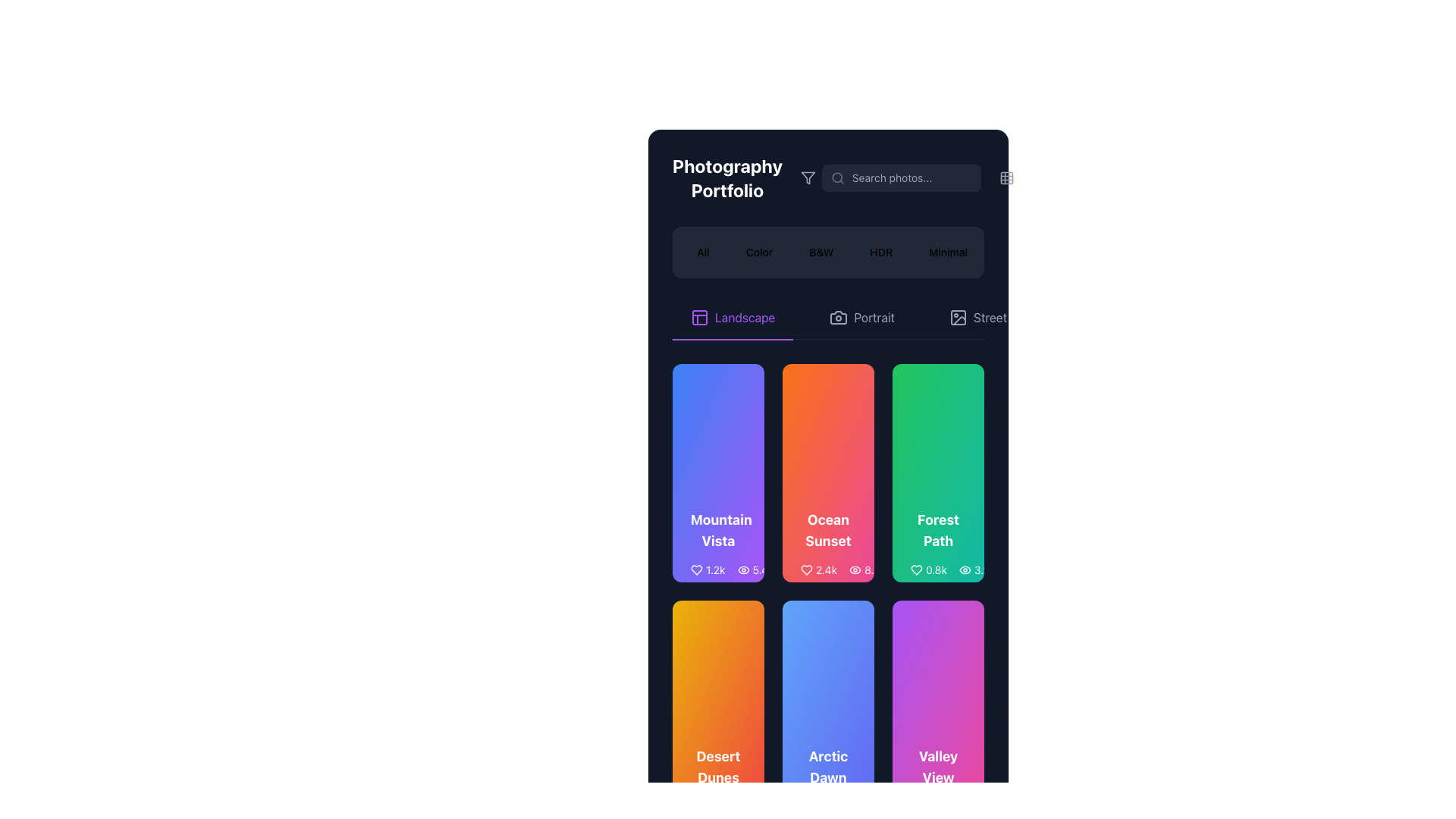 The image size is (1456, 819). What do you see at coordinates (807, 177) in the screenshot?
I see `the funnel icon located in the search bar area` at bounding box center [807, 177].